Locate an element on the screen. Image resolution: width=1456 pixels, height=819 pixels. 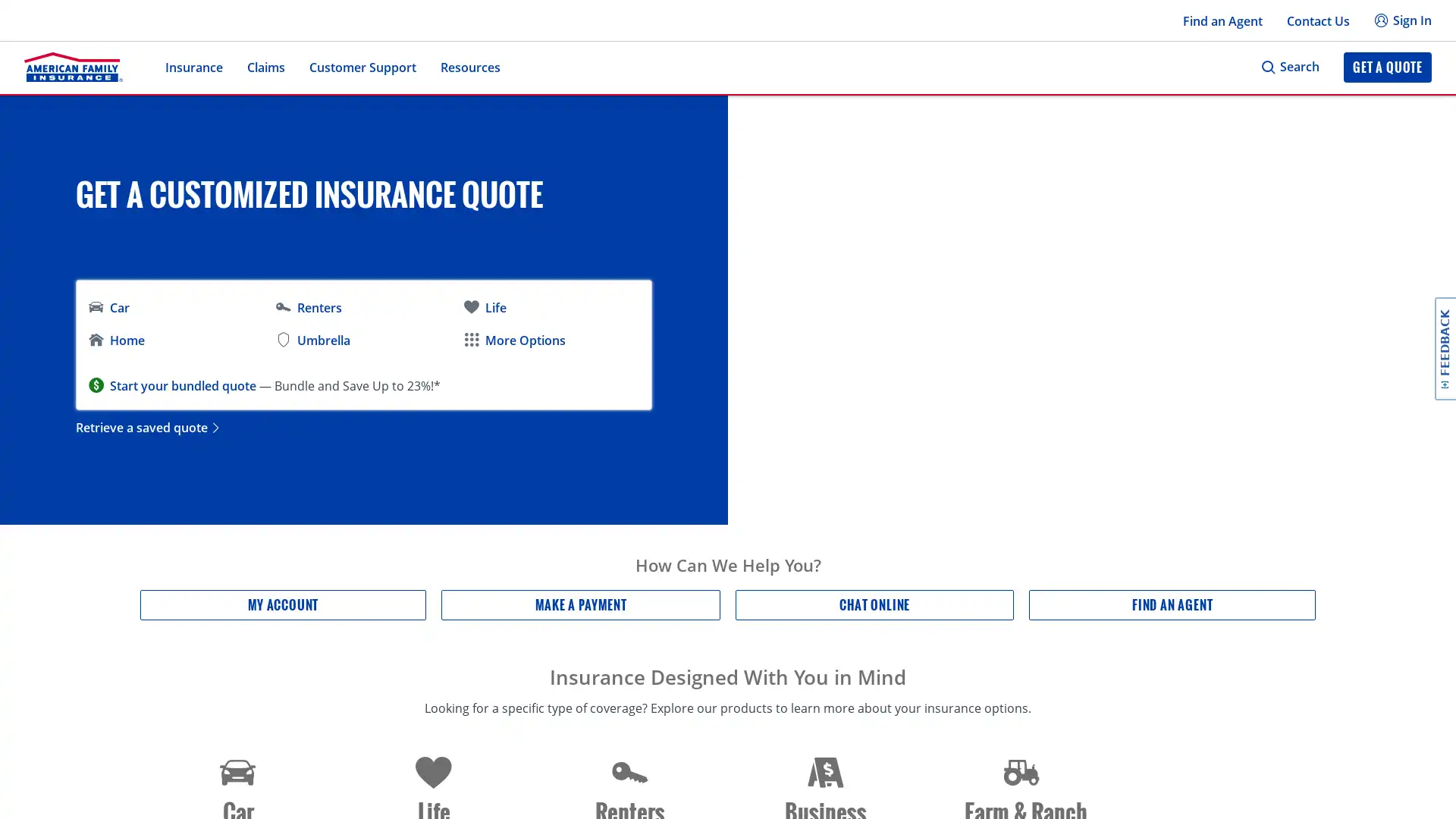
More Options is located at coordinates (513, 340).